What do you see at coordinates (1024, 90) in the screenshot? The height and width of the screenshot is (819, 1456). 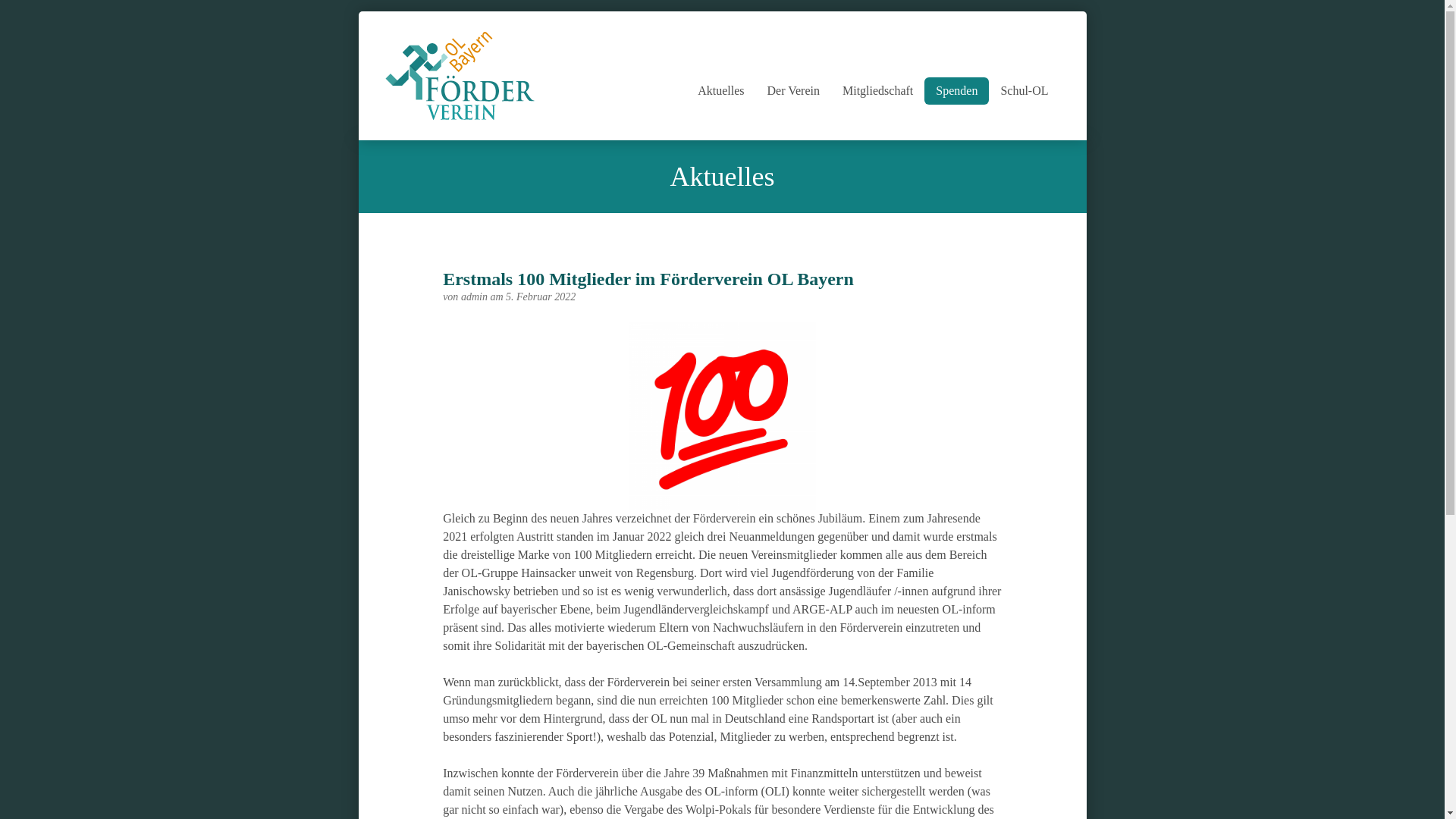 I see `'Schul-OL'` at bounding box center [1024, 90].